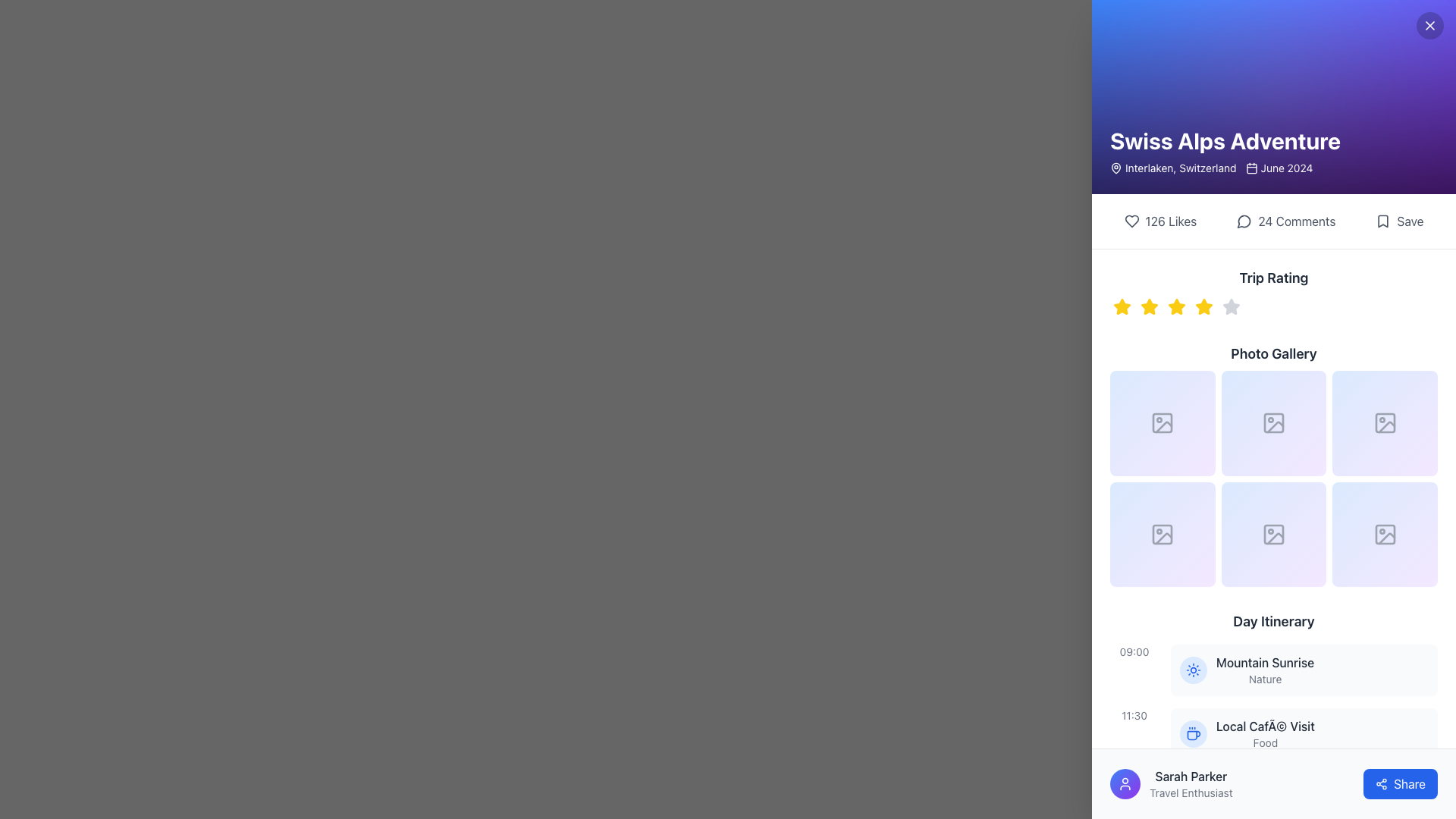 This screenshot has width=1456, height=819. I want to click on the sixth image placeholder in the bottom-right corner of the photo gallery grid, so click(1385, 534).